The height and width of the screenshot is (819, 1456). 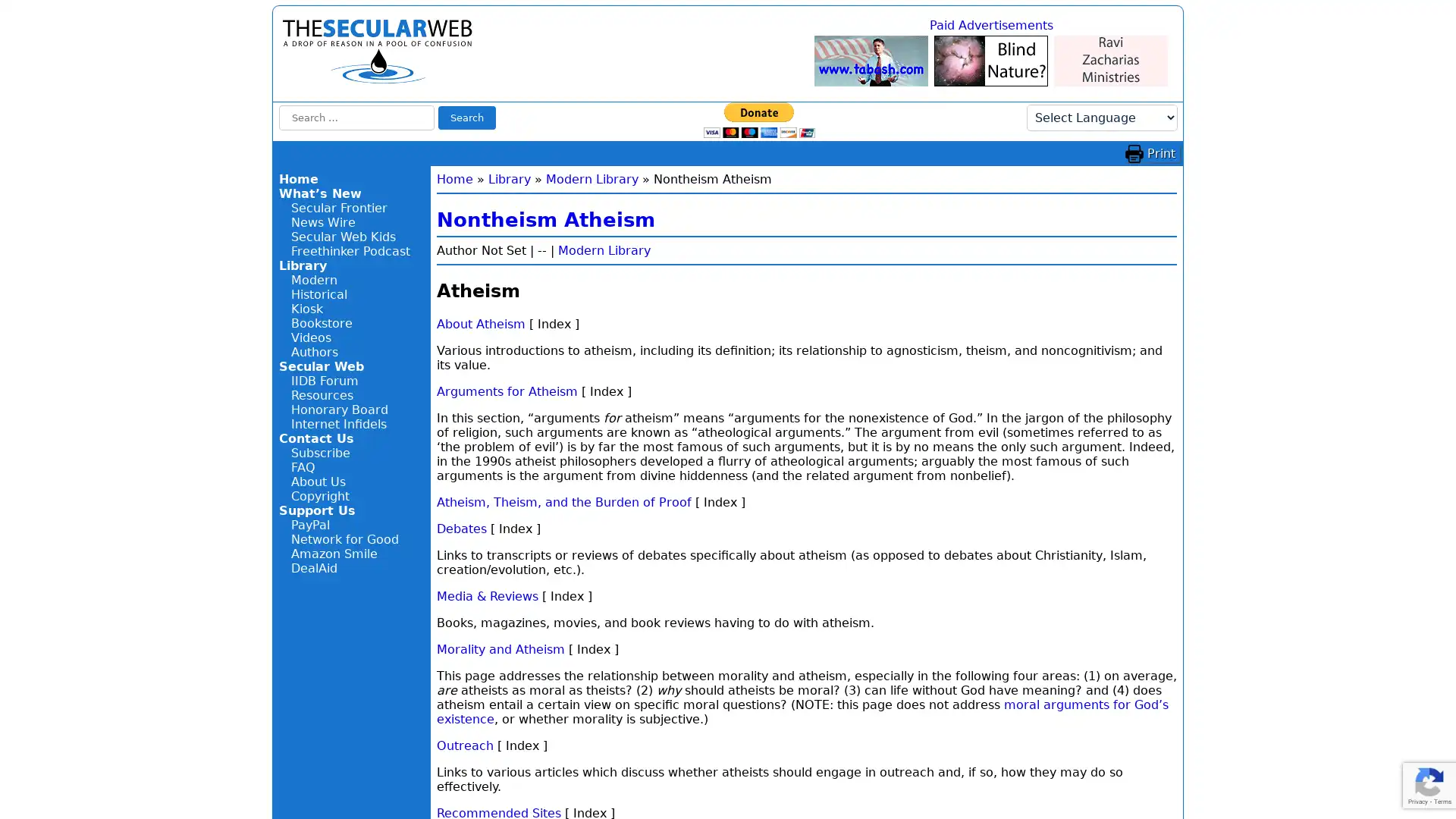 I want to click on Donate with PayPal button, so click(x=759, y=119).